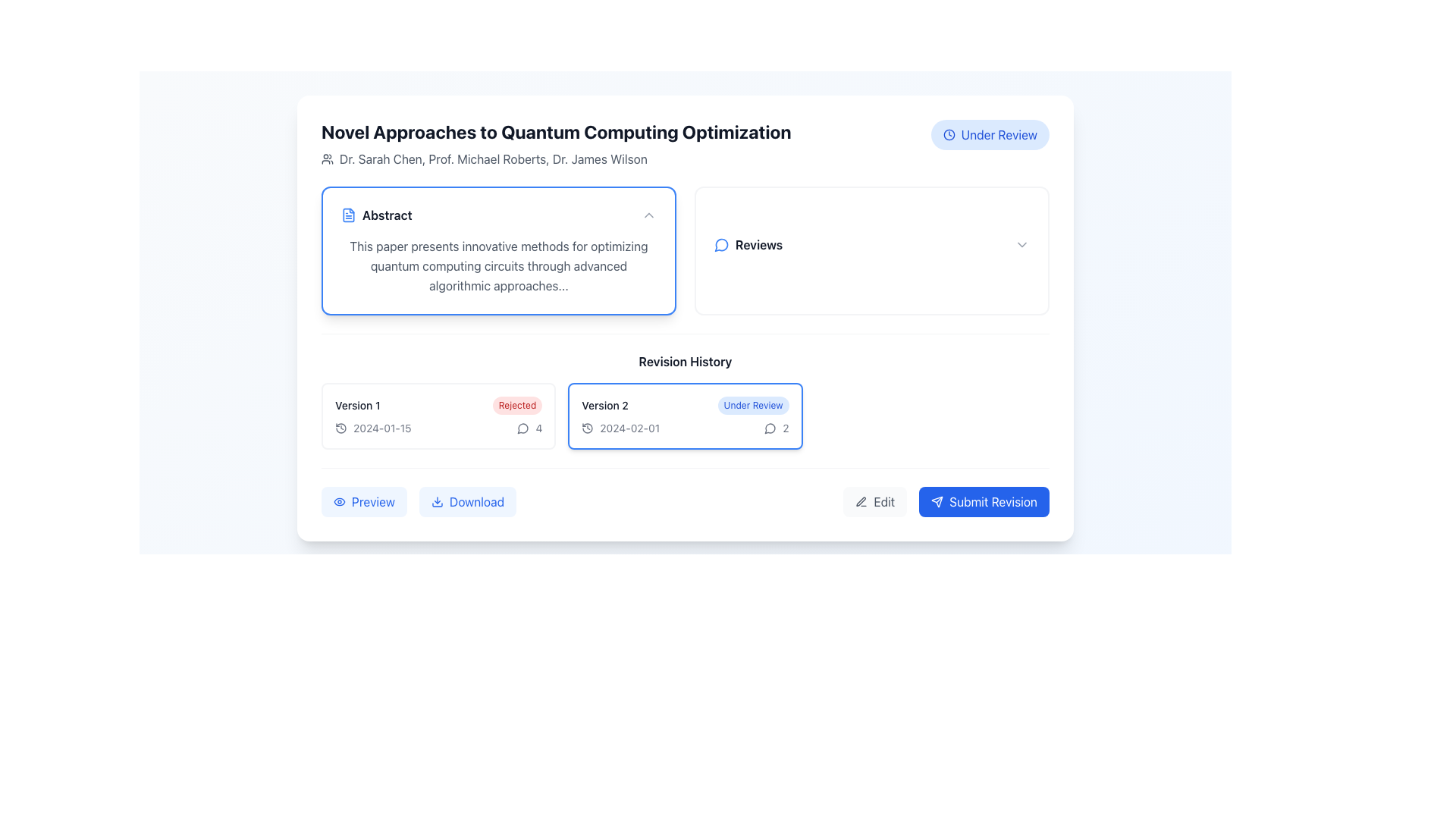 The image size is (1456, 819). Describe the element at coordinates (684, 362) in the screenshot. I see `'Revision History' text heading to identify the section it introduces, which is located centrally above the versions of revisions` at that location.